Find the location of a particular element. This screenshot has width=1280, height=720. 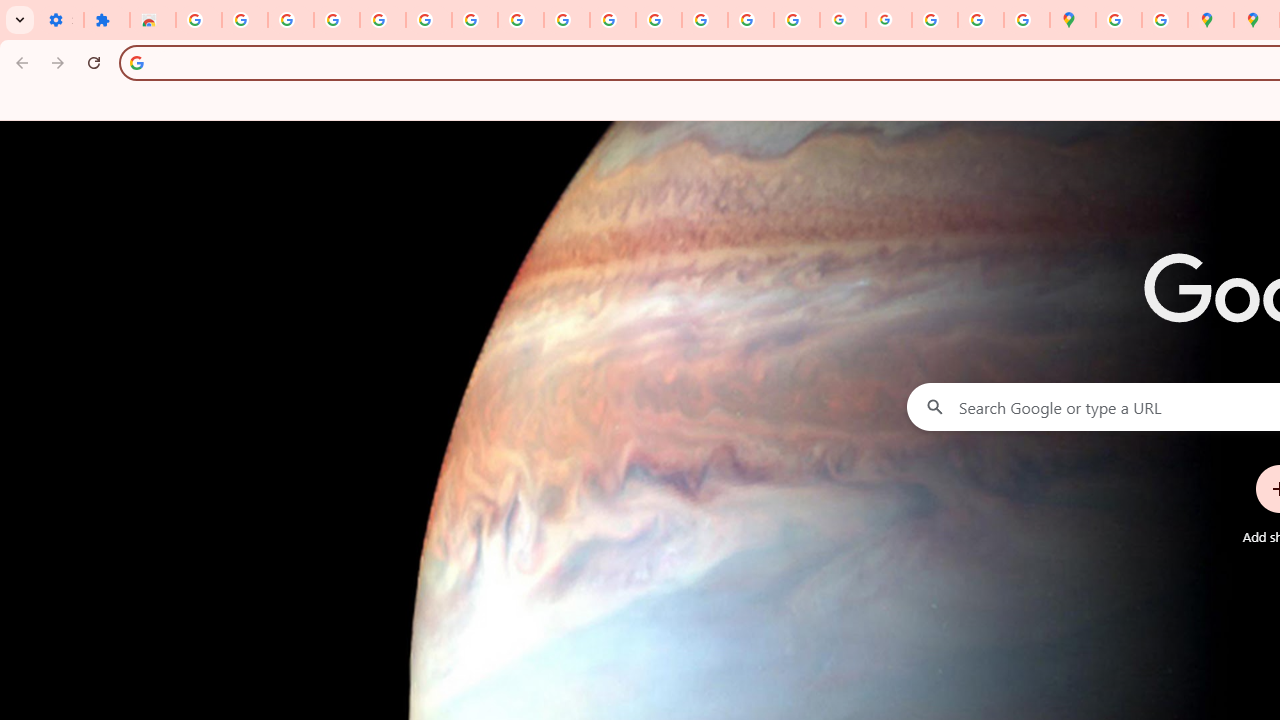

'Settings - On startup' is located at coordinates (60, 20).